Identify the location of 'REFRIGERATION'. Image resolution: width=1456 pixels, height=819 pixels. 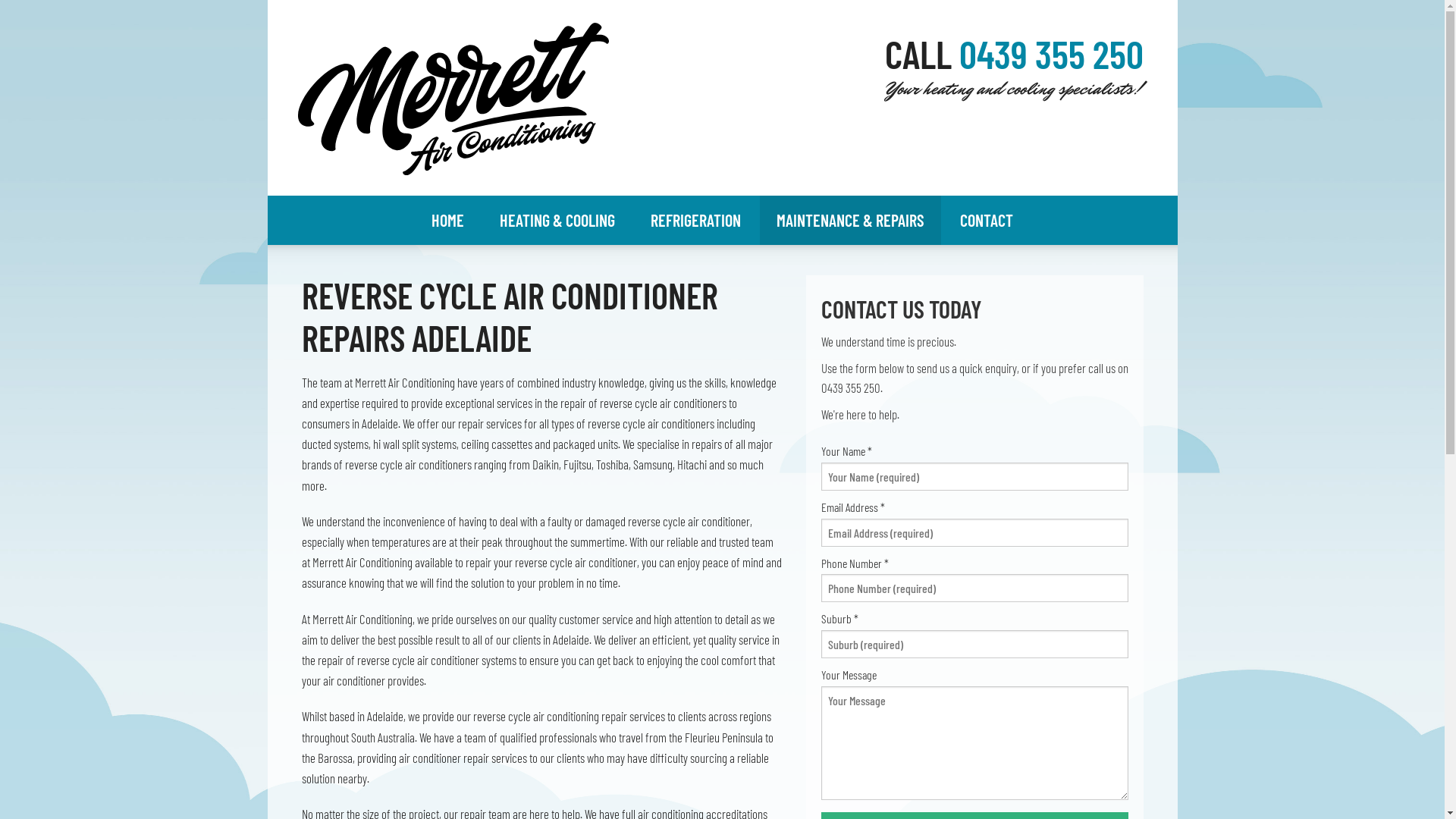
(695, 220).